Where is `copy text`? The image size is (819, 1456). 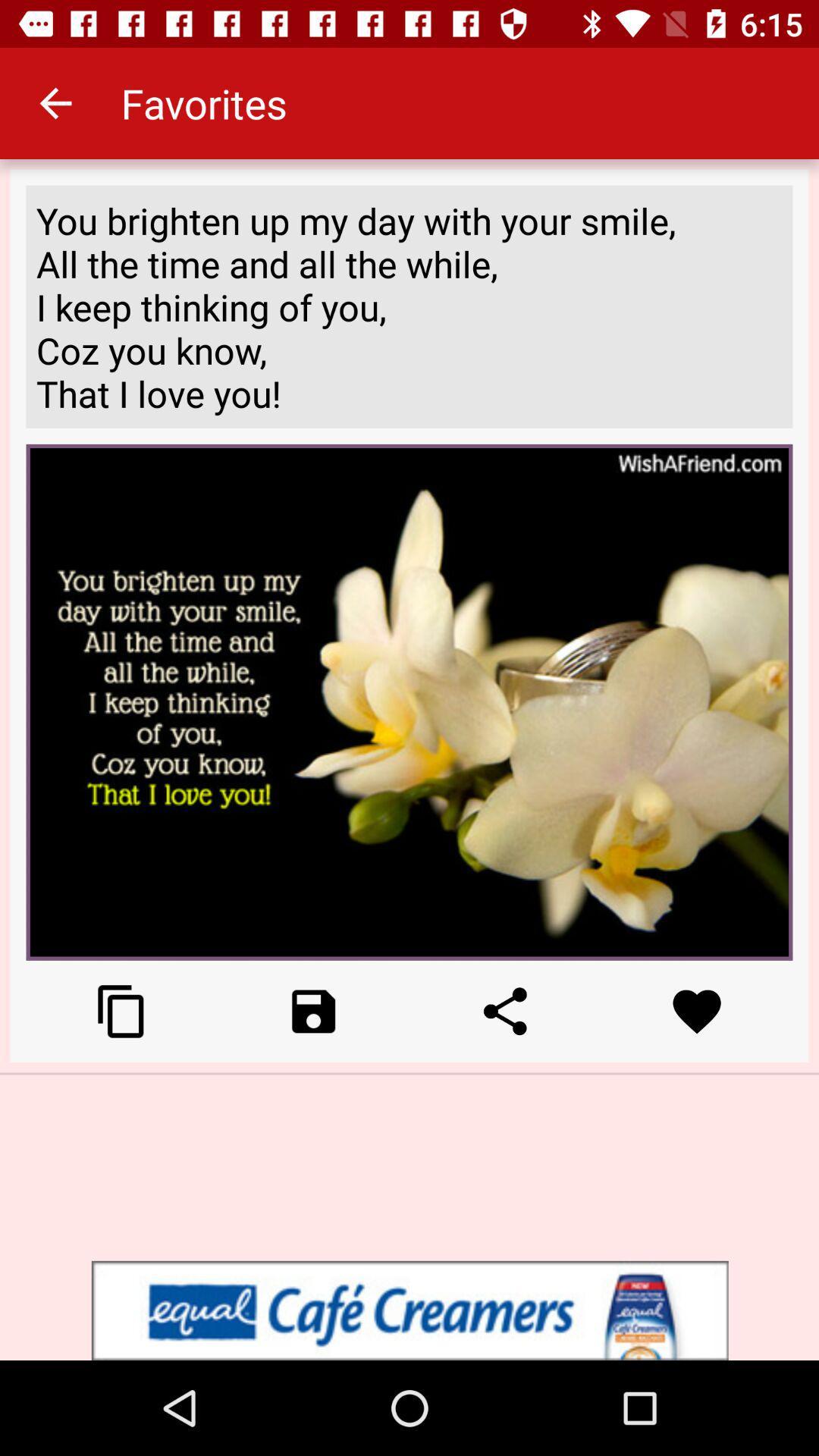
copy text is located at coordinates (121, 1011).